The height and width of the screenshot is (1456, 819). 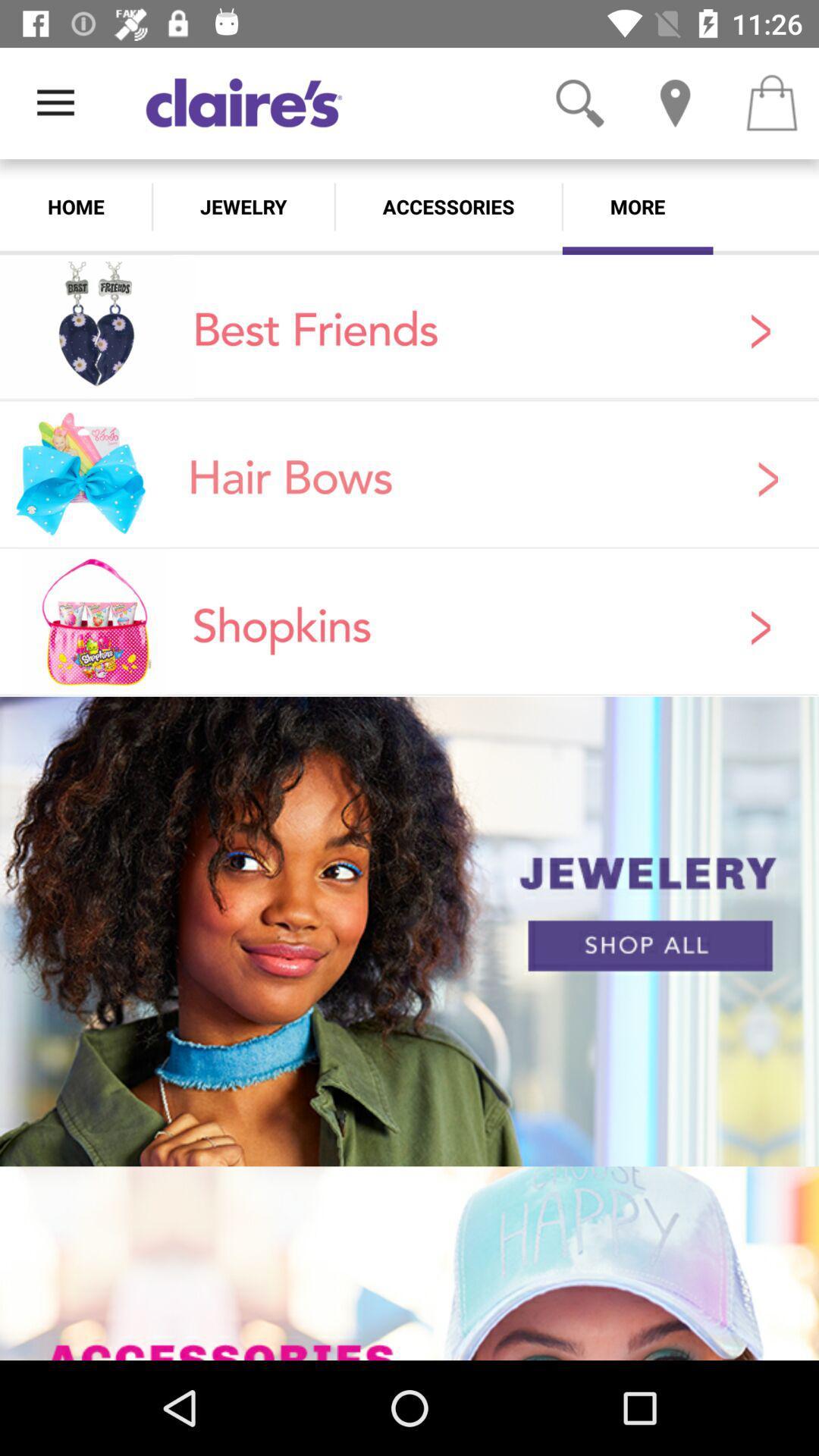 I want to click on the item next to the more icon, so click(x=447, y=206).